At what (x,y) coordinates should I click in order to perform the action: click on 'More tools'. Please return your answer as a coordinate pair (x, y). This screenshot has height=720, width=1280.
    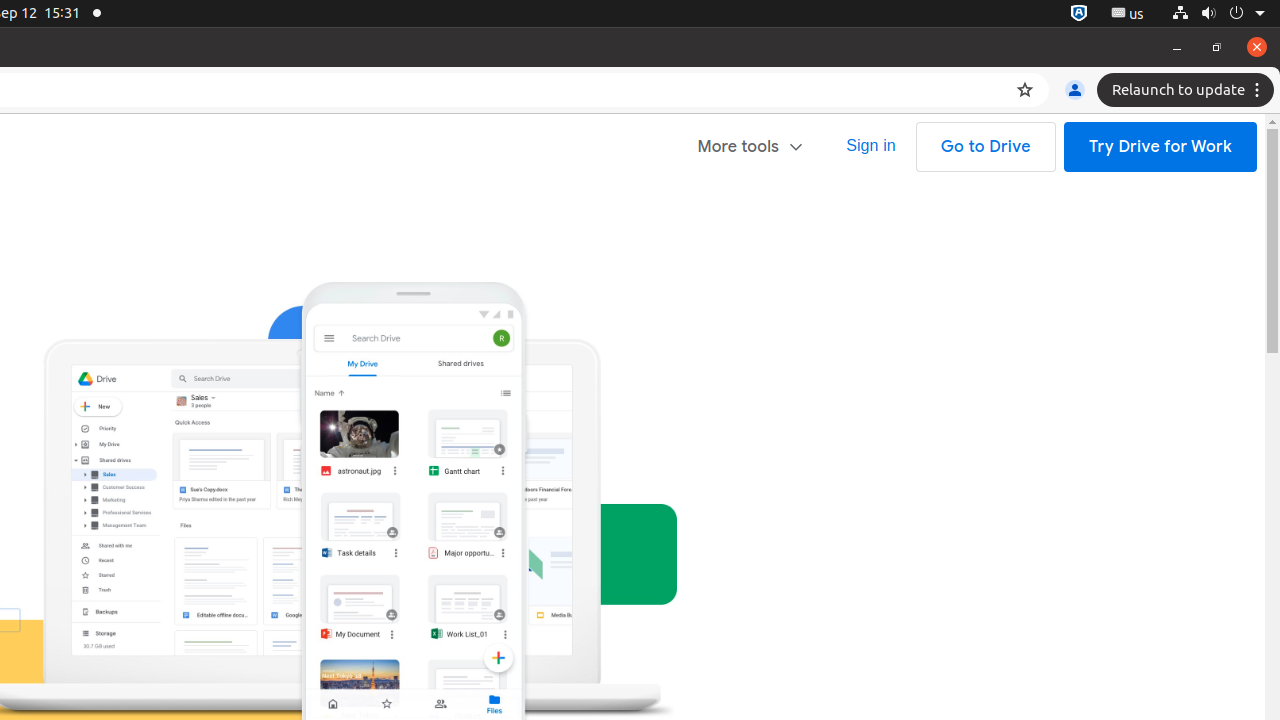
    Looking at the image, I should click on (750, 145).